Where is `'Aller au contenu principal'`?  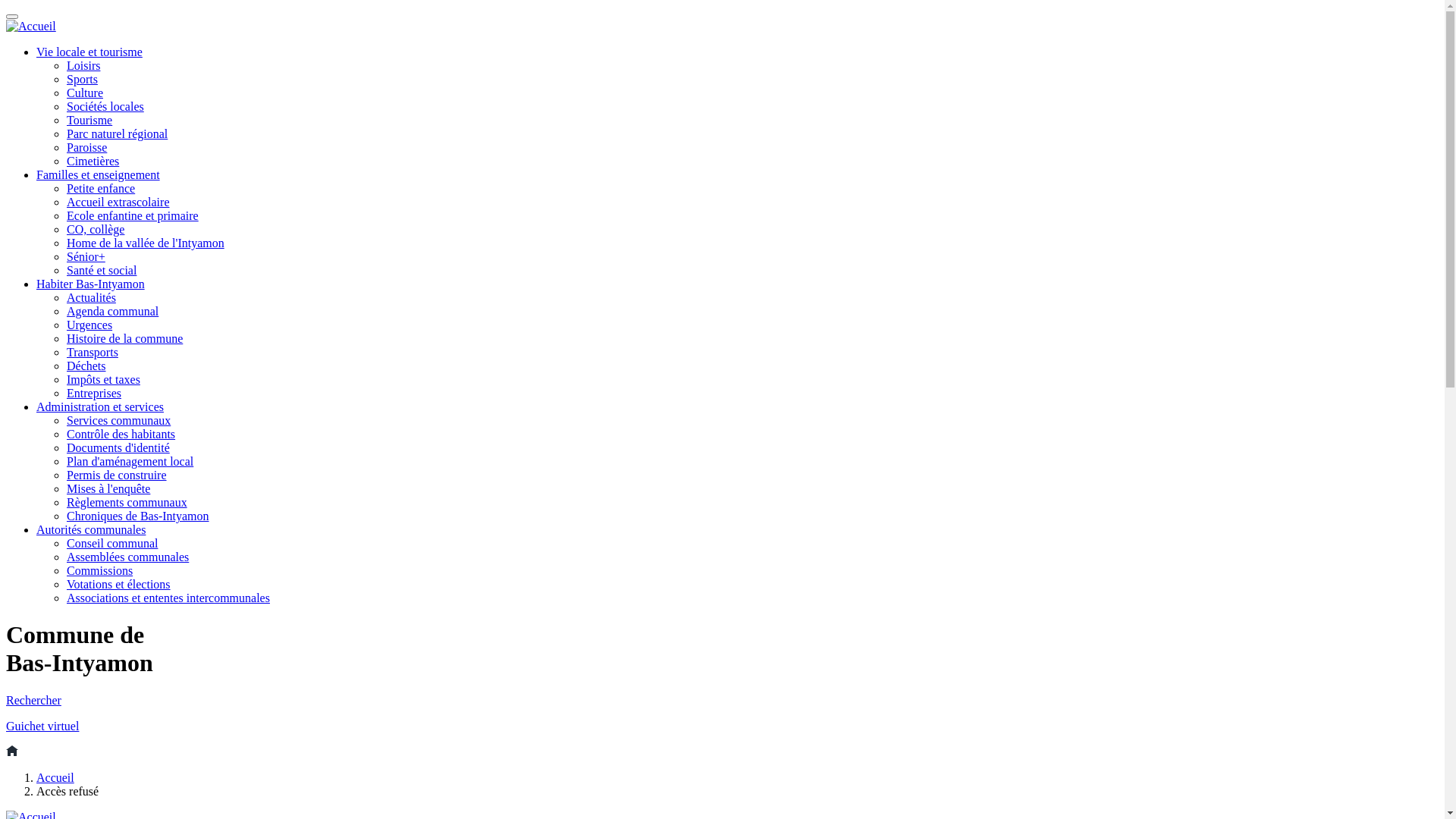
'Aller au contenu principal' is located at coordinates (6, 6).